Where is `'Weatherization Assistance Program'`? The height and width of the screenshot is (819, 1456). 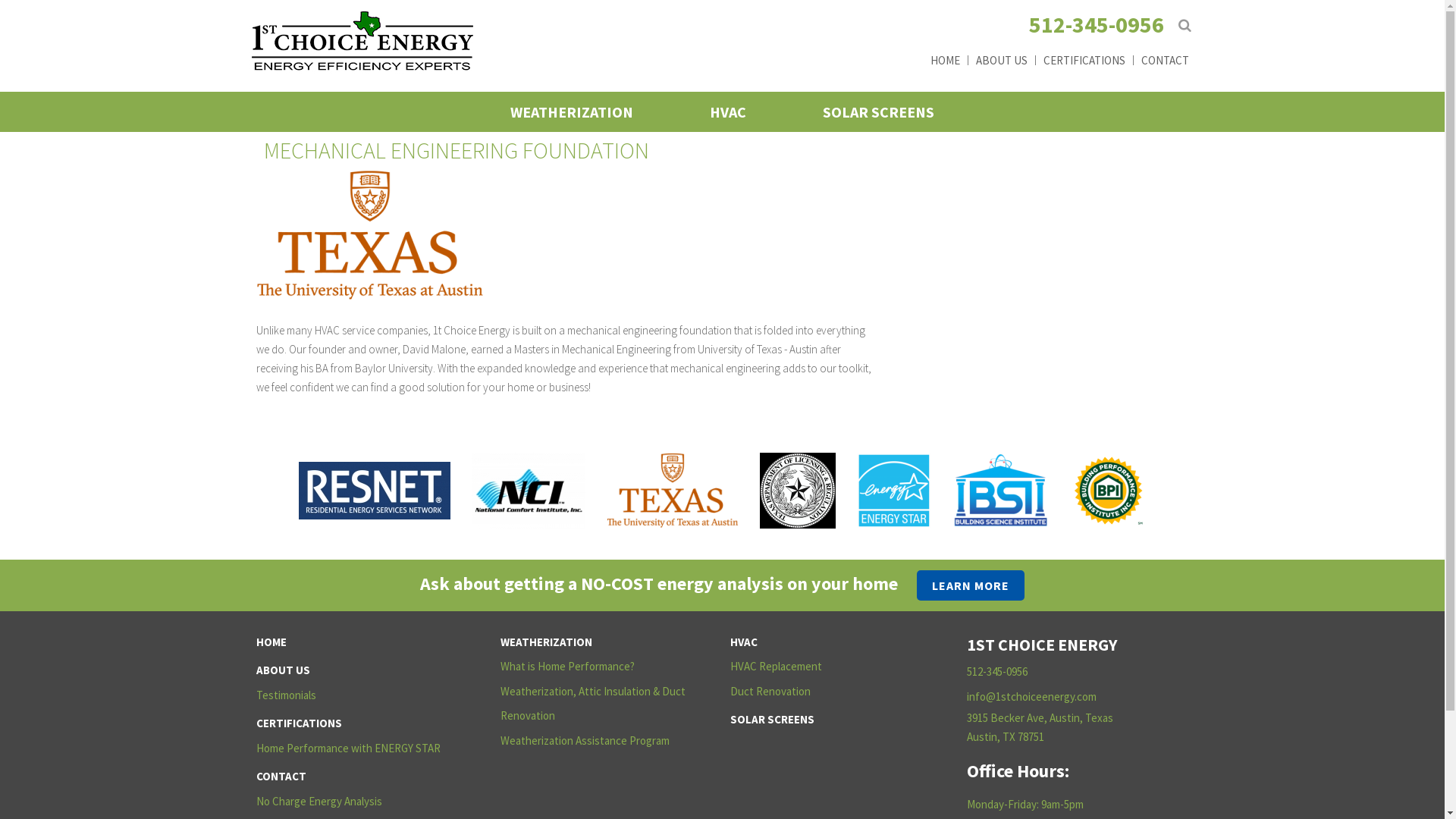
'Weatherization Assistance Program' is located at coordinates (603, 740).